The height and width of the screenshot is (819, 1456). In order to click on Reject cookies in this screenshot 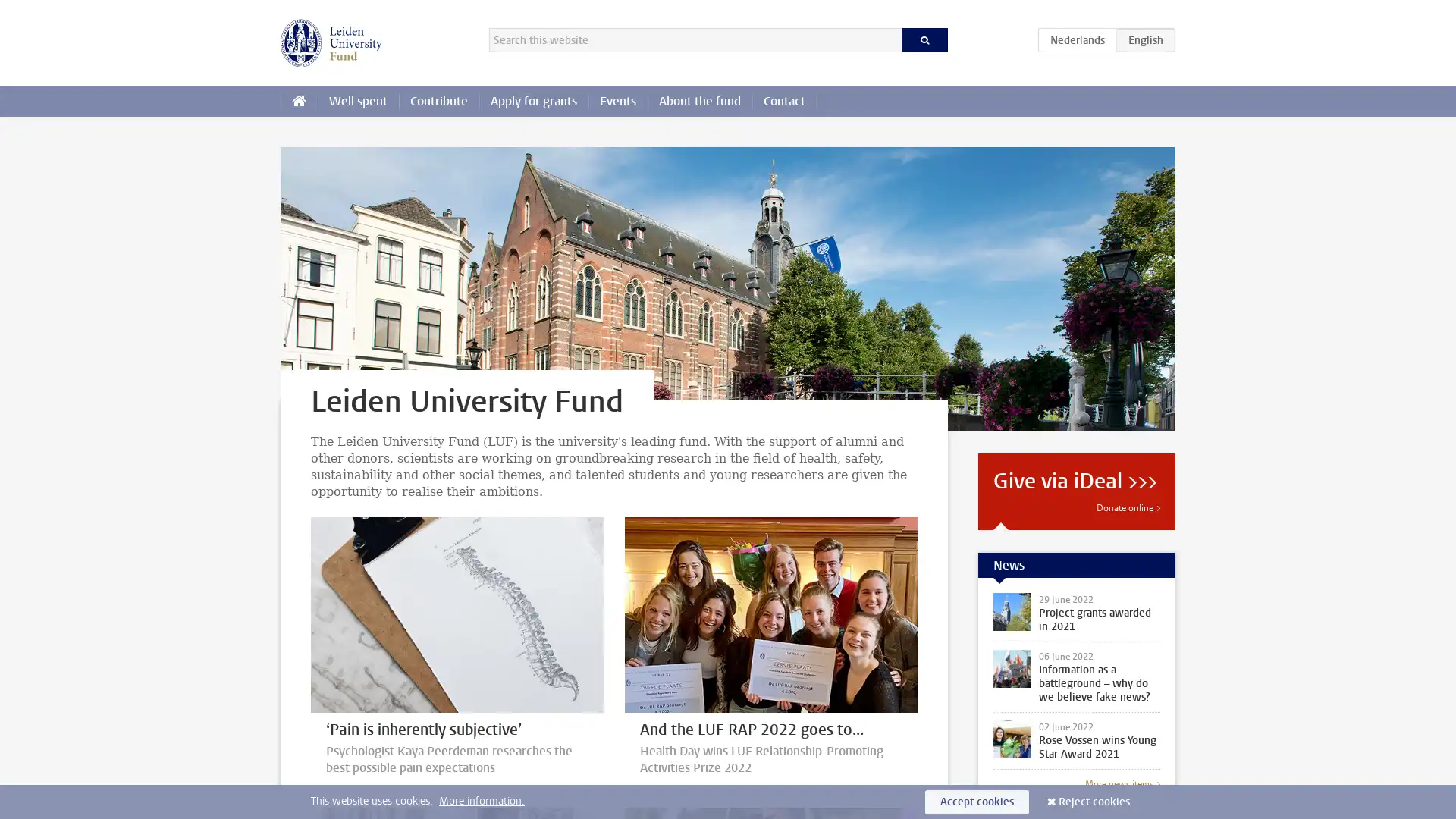, I will do `click(1094, 801)`.